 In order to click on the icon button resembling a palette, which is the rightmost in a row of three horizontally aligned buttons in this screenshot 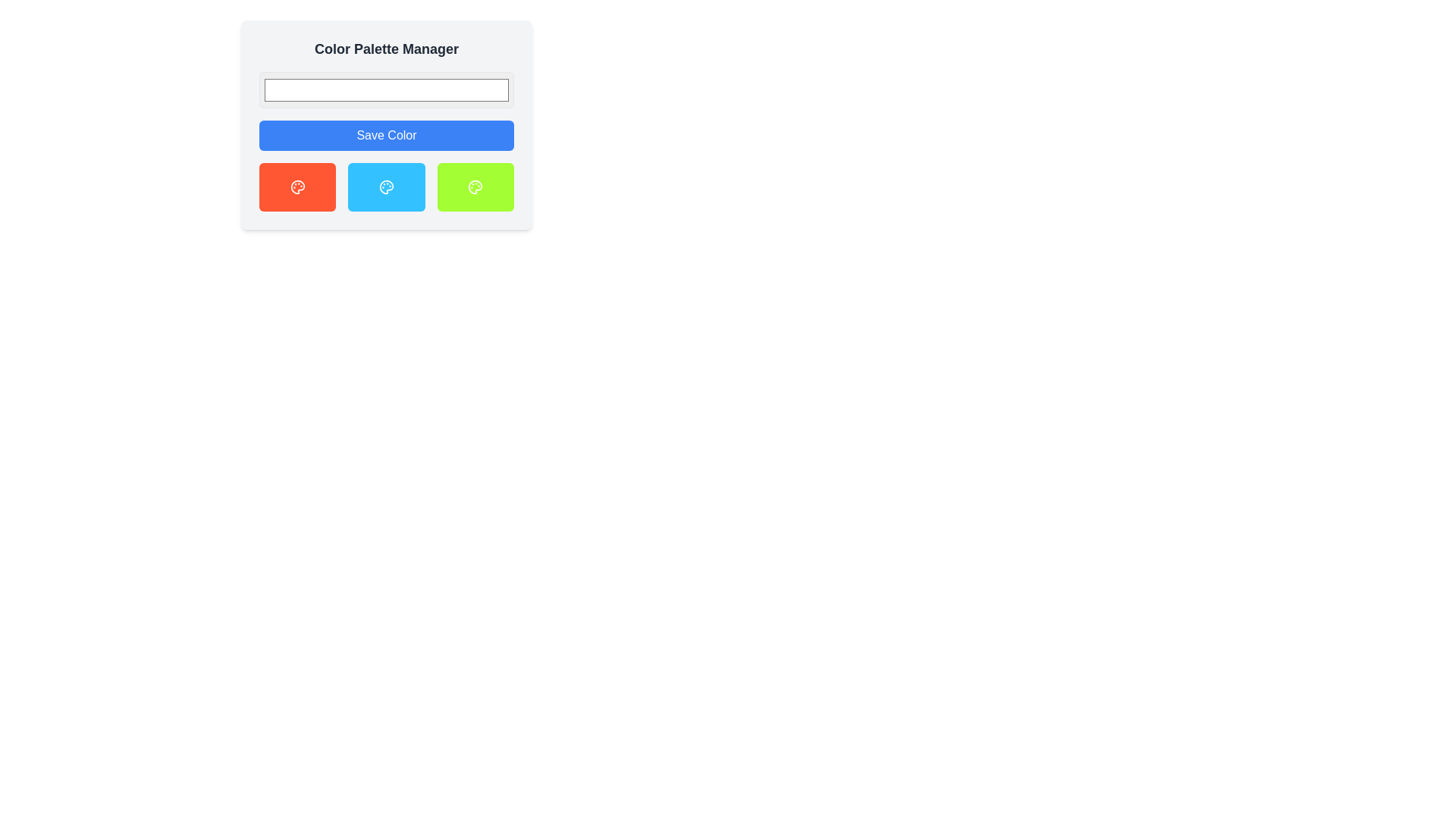, I will do `click(475, 186)`.